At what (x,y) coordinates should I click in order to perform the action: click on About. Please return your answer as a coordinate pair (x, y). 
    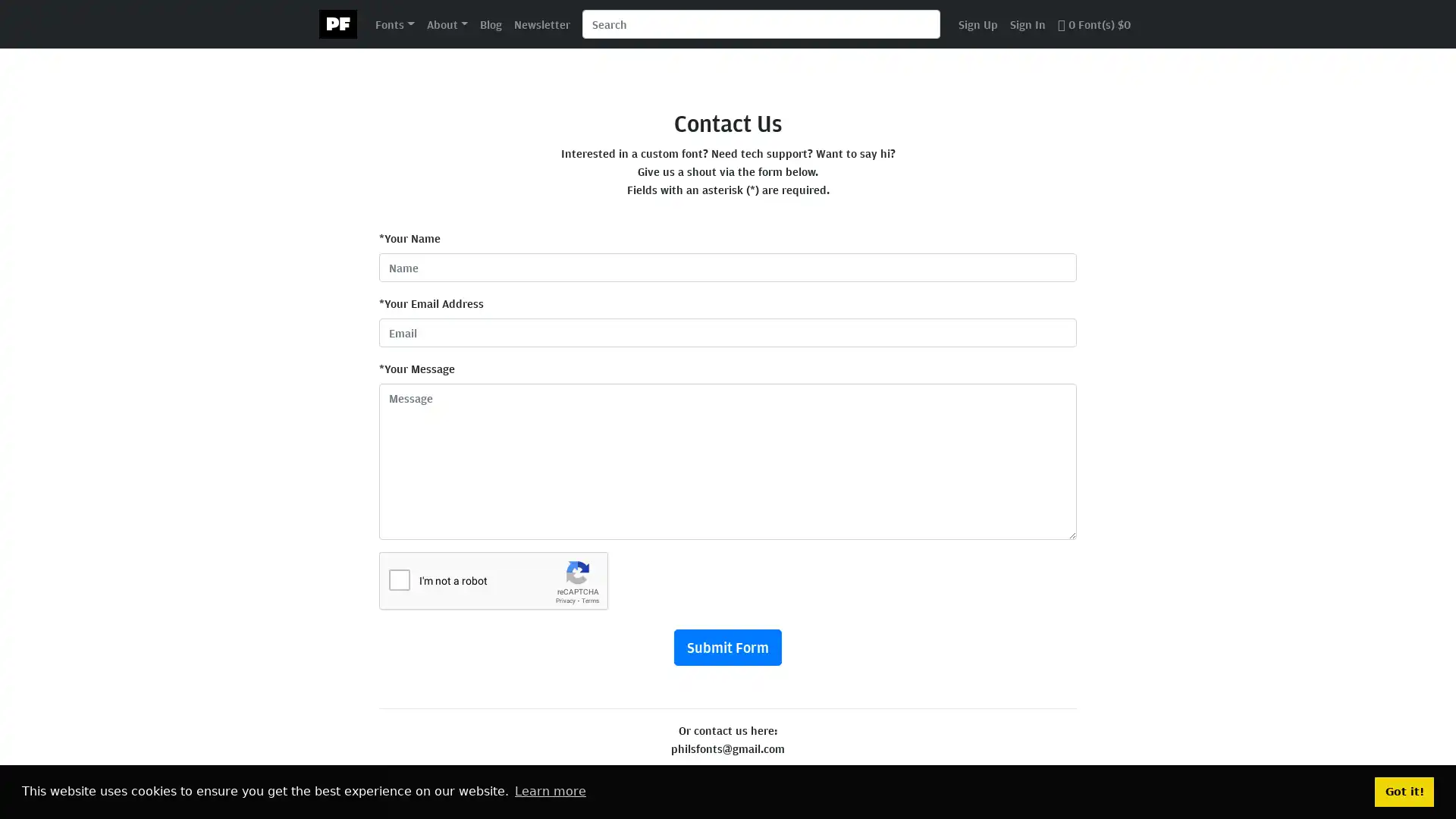
    Looking at the image, I should click on (446, 23).